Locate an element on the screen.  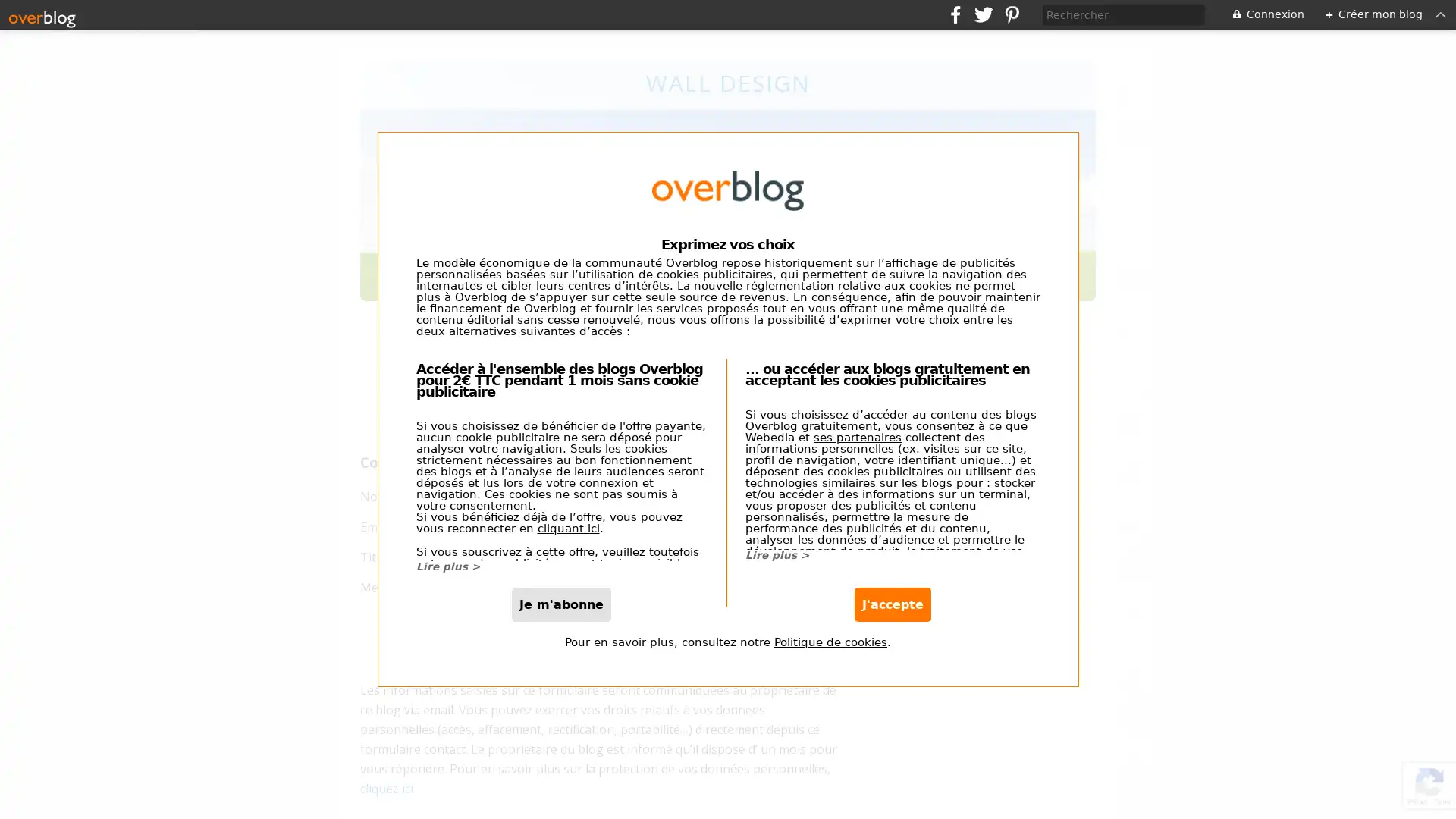
J'accepte is located at coordinates (892, 603).